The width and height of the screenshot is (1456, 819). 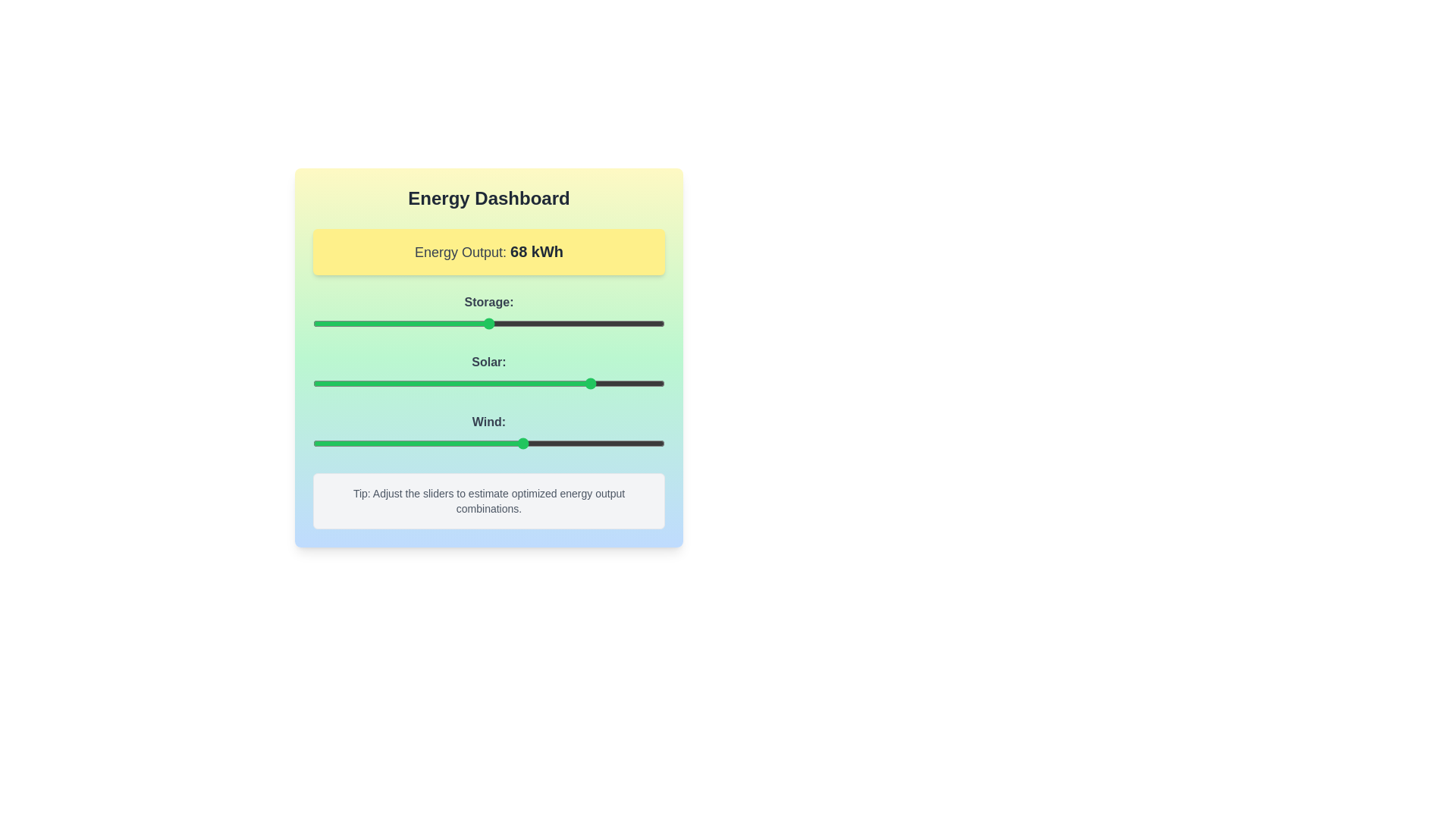 What do you see at coordinates (583, 323) in the screenshot?
I see `the 'Storage' slider to 77` at bounding box center [583, 323].